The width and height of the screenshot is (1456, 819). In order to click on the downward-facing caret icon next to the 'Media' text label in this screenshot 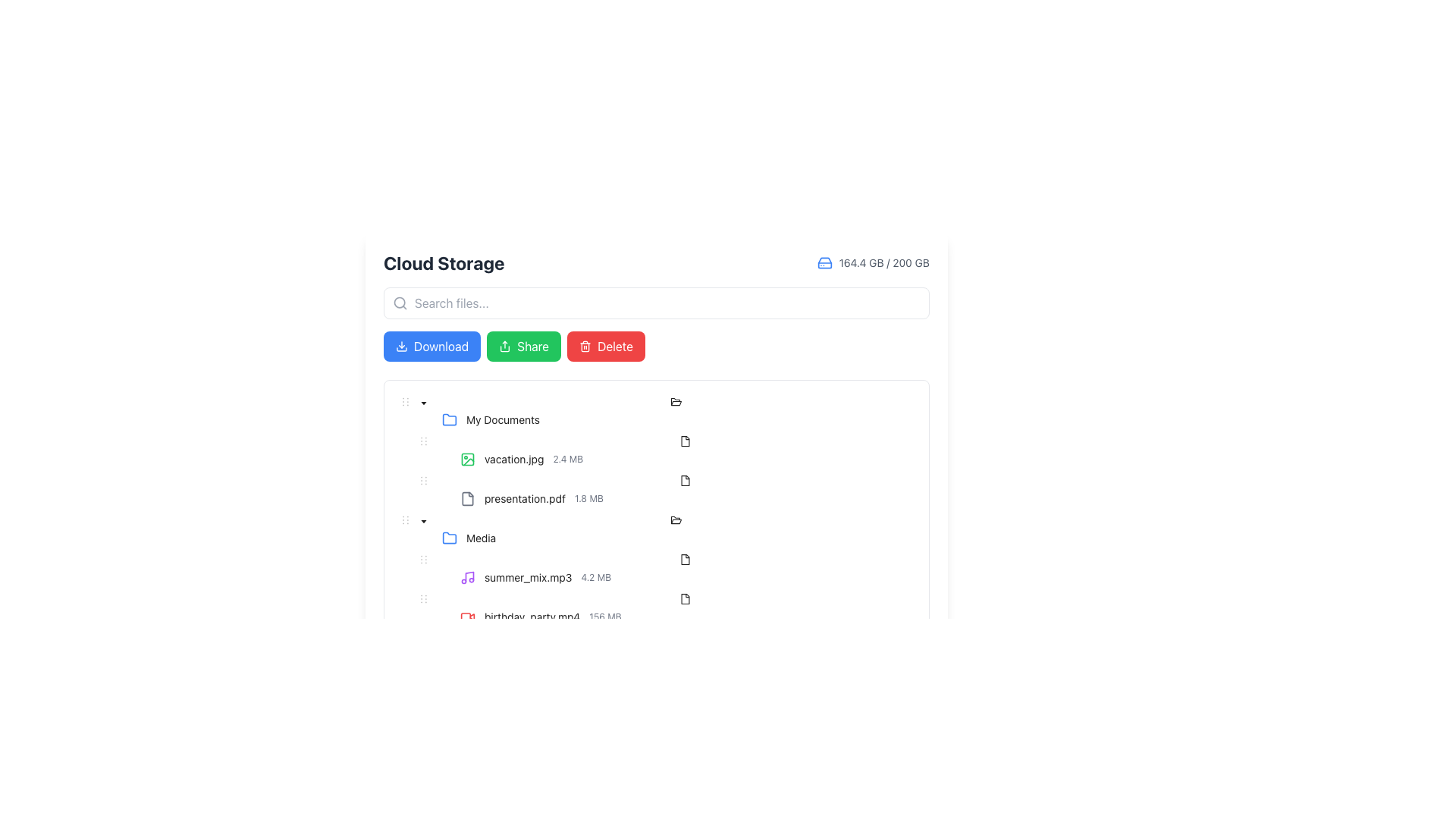, I will do `click(423, 529)`.